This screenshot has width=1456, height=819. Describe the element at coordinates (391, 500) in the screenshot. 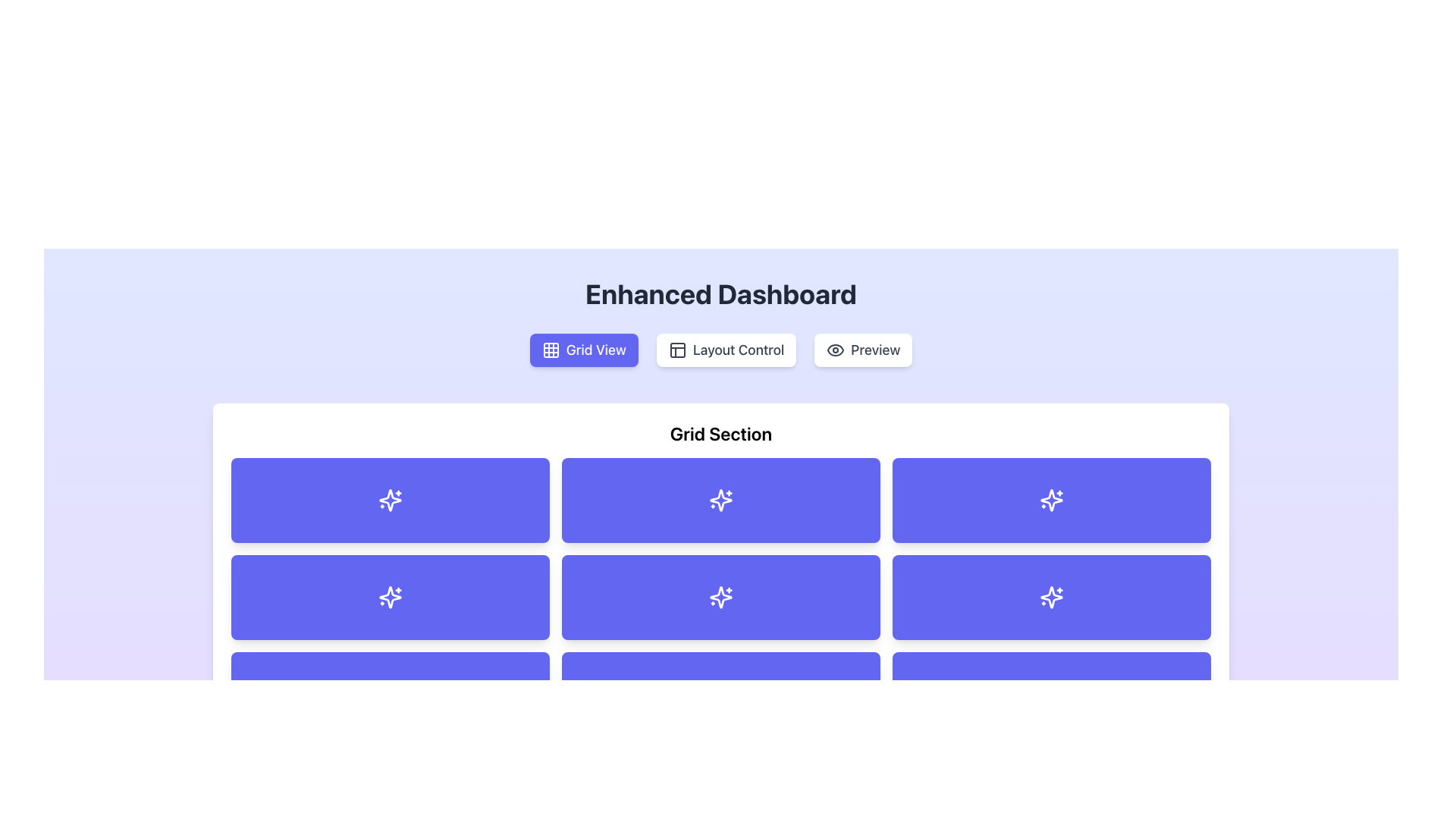

I see `the star-like icon with a sparkles motif located at the center of the first card in the top row of the grid section with a purple background` at that location.